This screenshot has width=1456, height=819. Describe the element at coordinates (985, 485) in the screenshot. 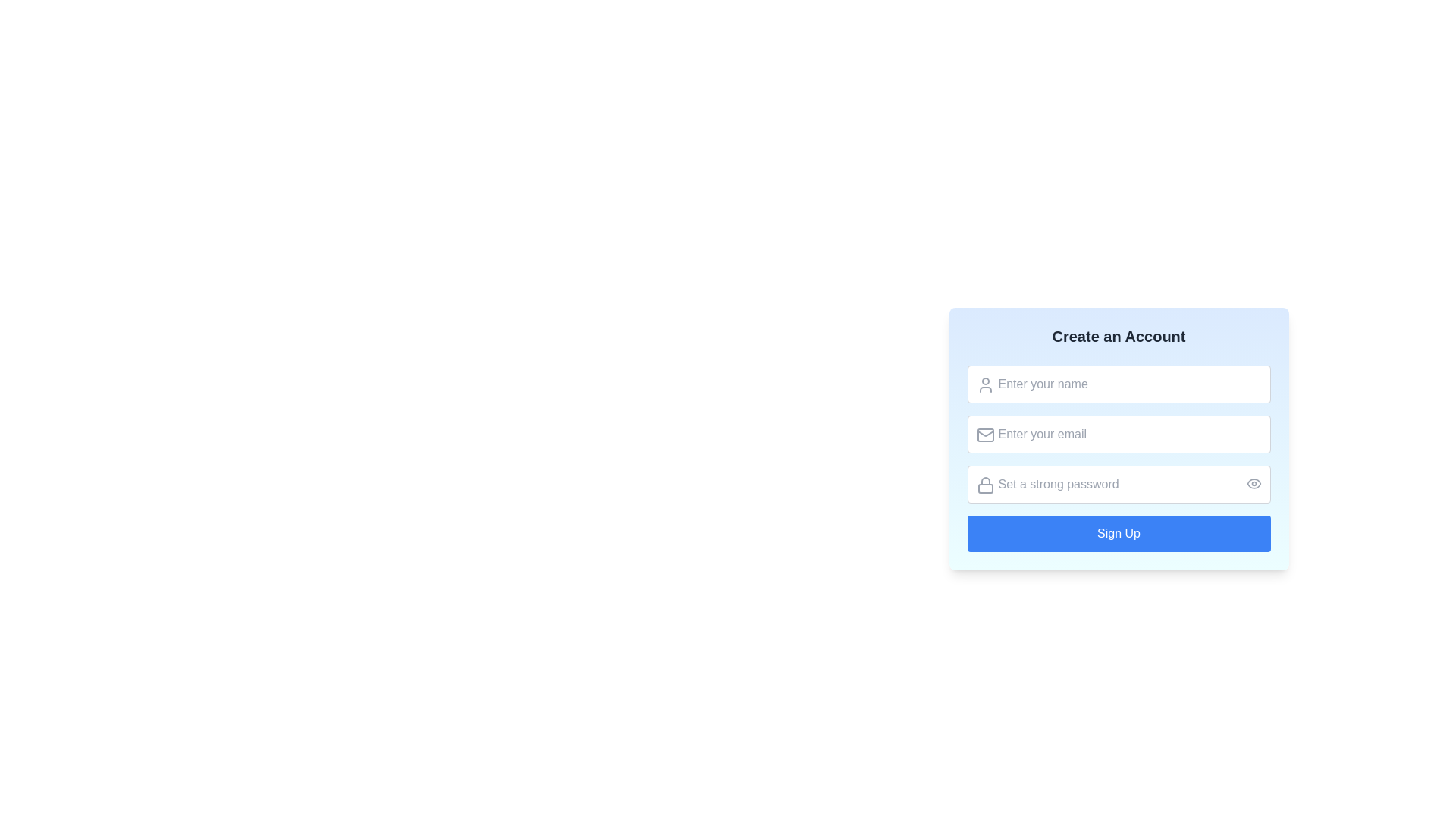

I see `the security icon located to the left of the password input field` at that location.